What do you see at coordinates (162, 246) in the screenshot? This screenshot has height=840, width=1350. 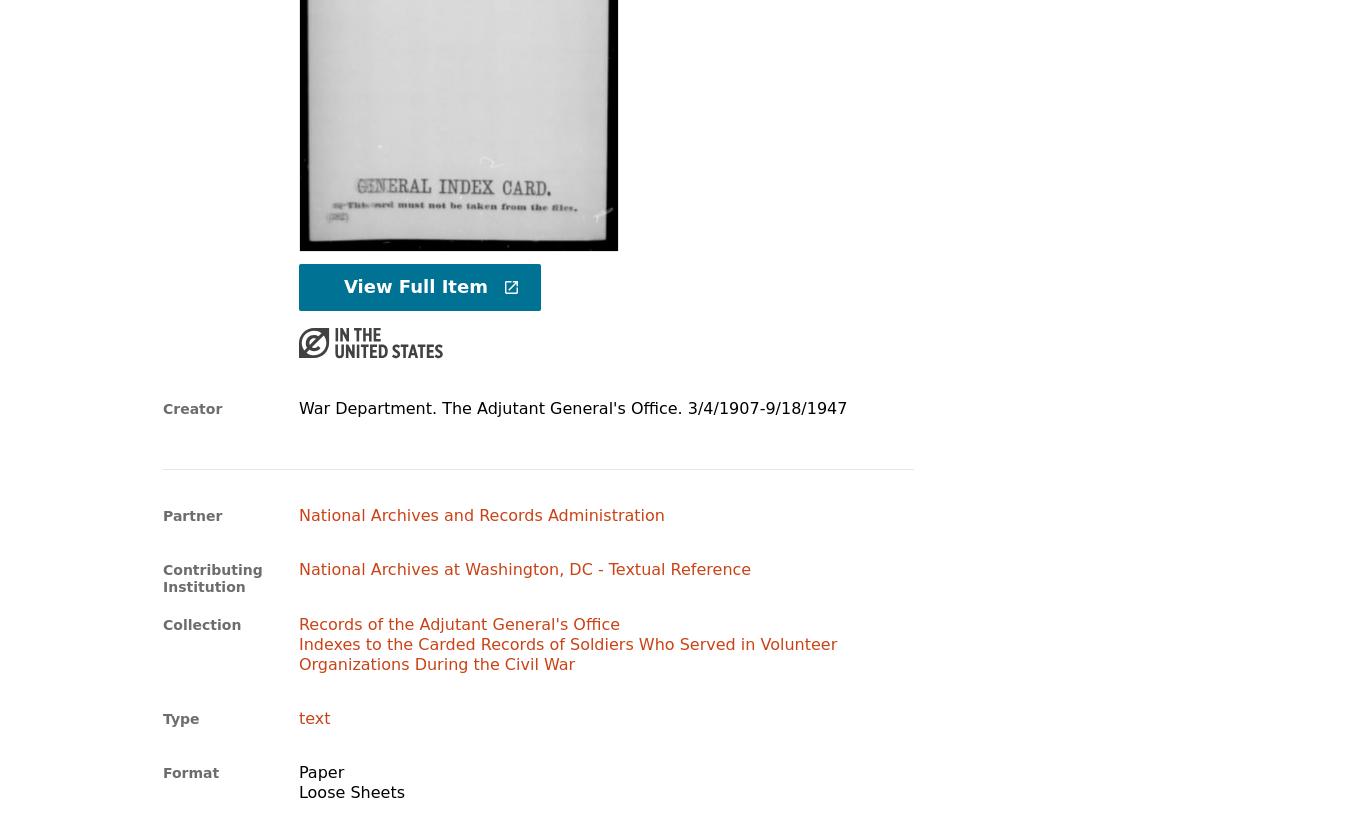 I see `'Image'` at bounding box center [162, 246].